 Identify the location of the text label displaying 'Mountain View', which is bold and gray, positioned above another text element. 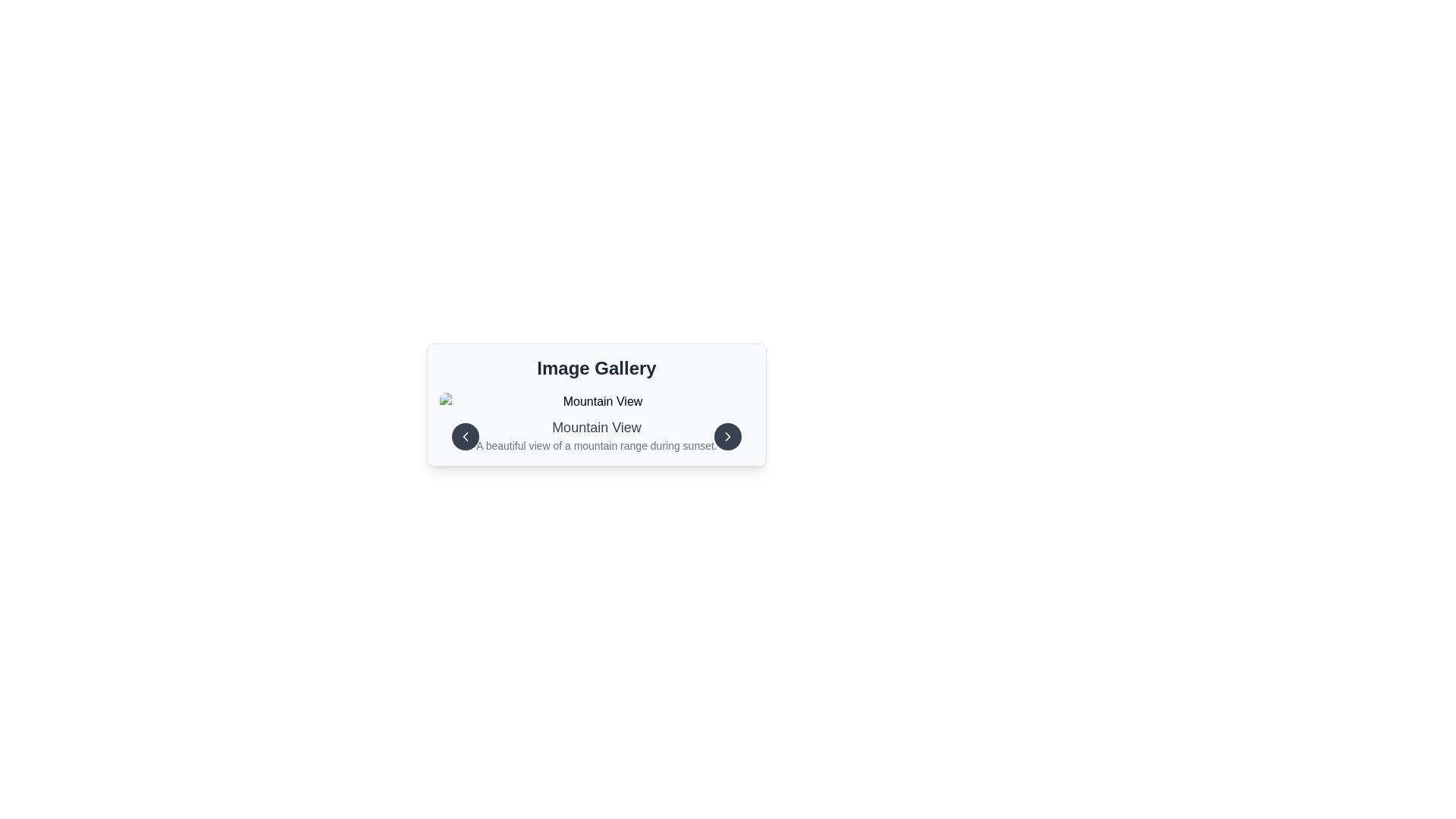
(596, 427).